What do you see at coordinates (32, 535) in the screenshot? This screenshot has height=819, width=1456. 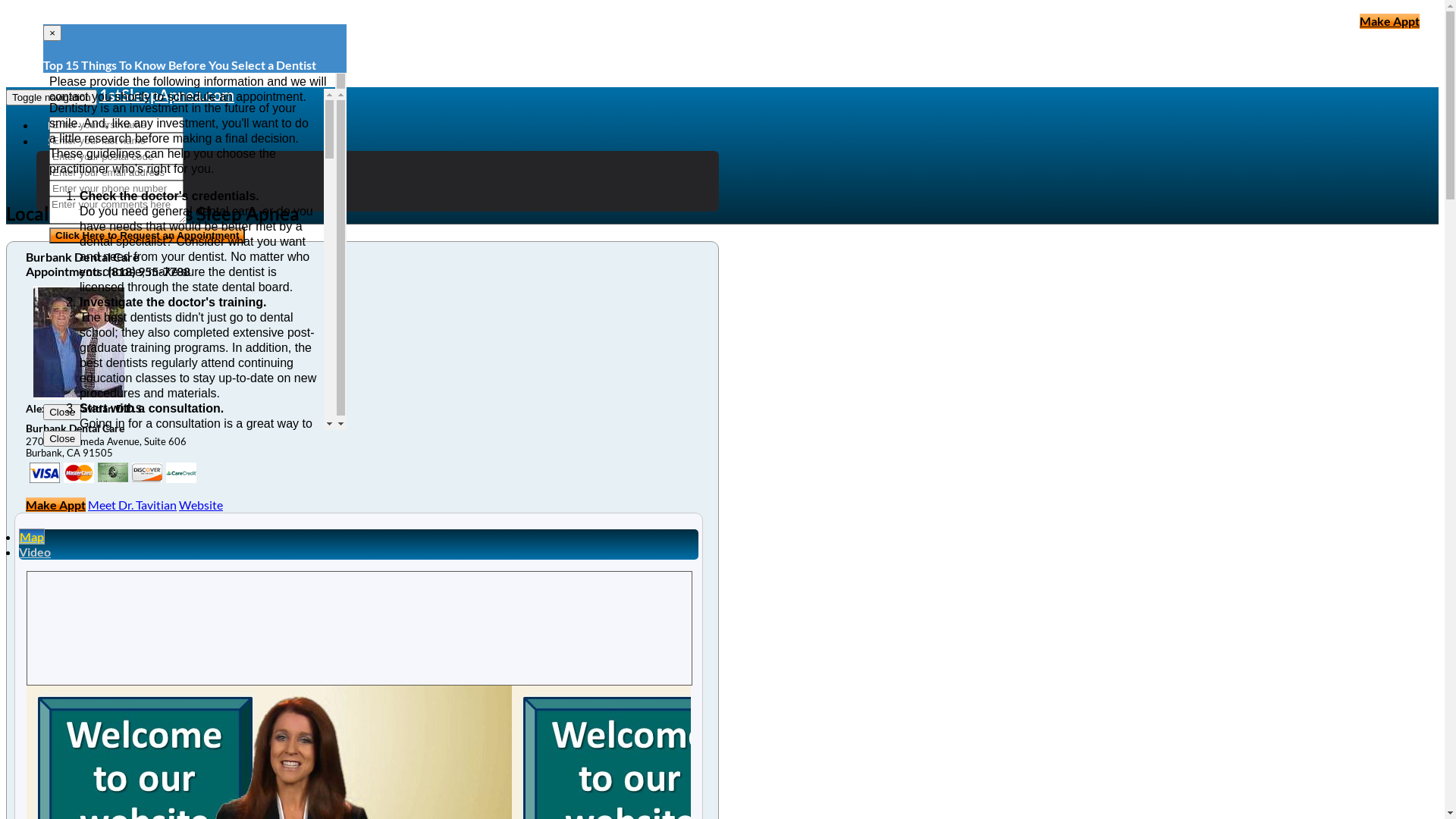 I see `'Map'` at bounding box center [32, 535].